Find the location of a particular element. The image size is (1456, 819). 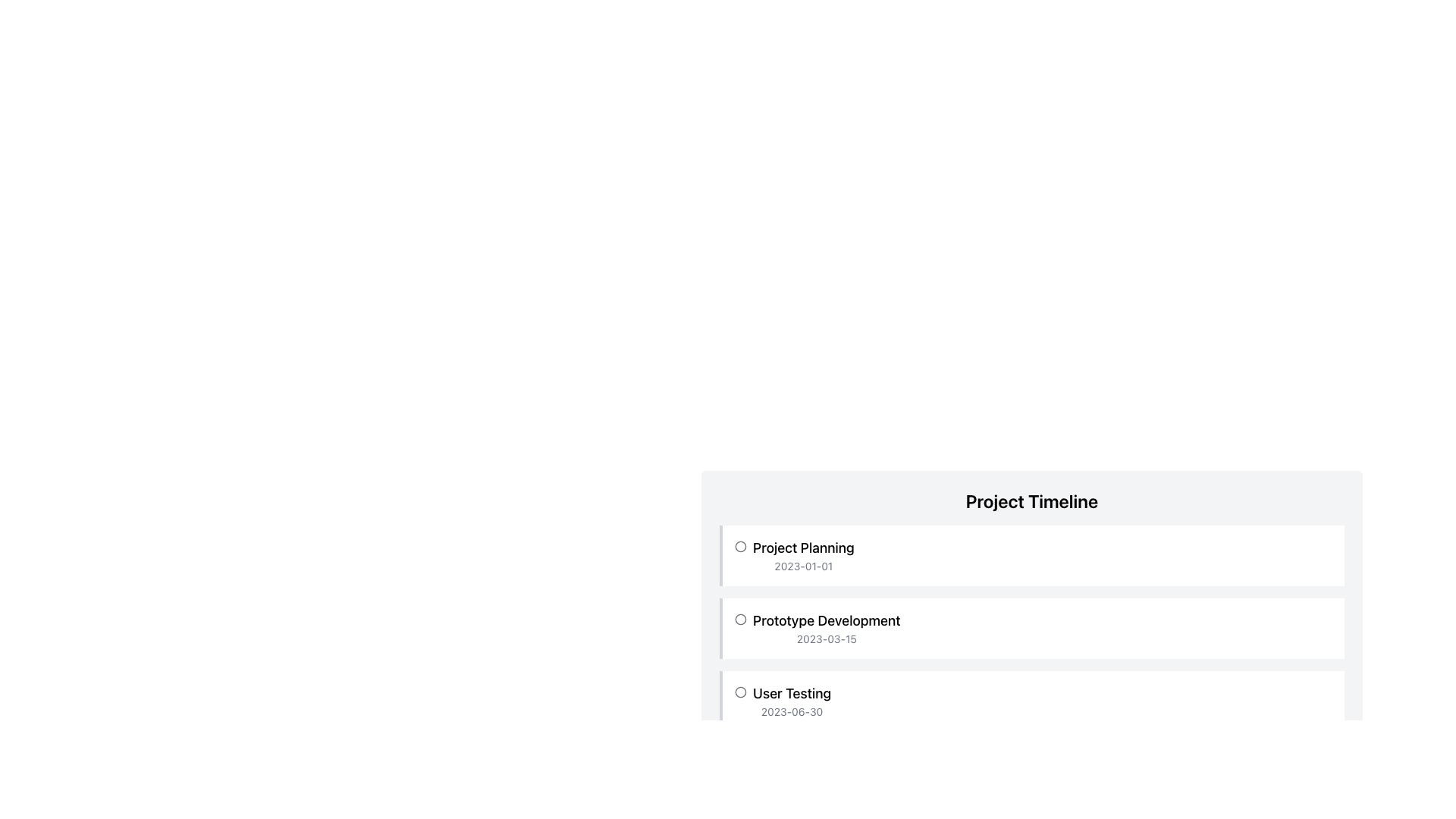

the circular icon marking the 'Prototype Development' milestone on the project timeline is located at coordinates (741, 629).